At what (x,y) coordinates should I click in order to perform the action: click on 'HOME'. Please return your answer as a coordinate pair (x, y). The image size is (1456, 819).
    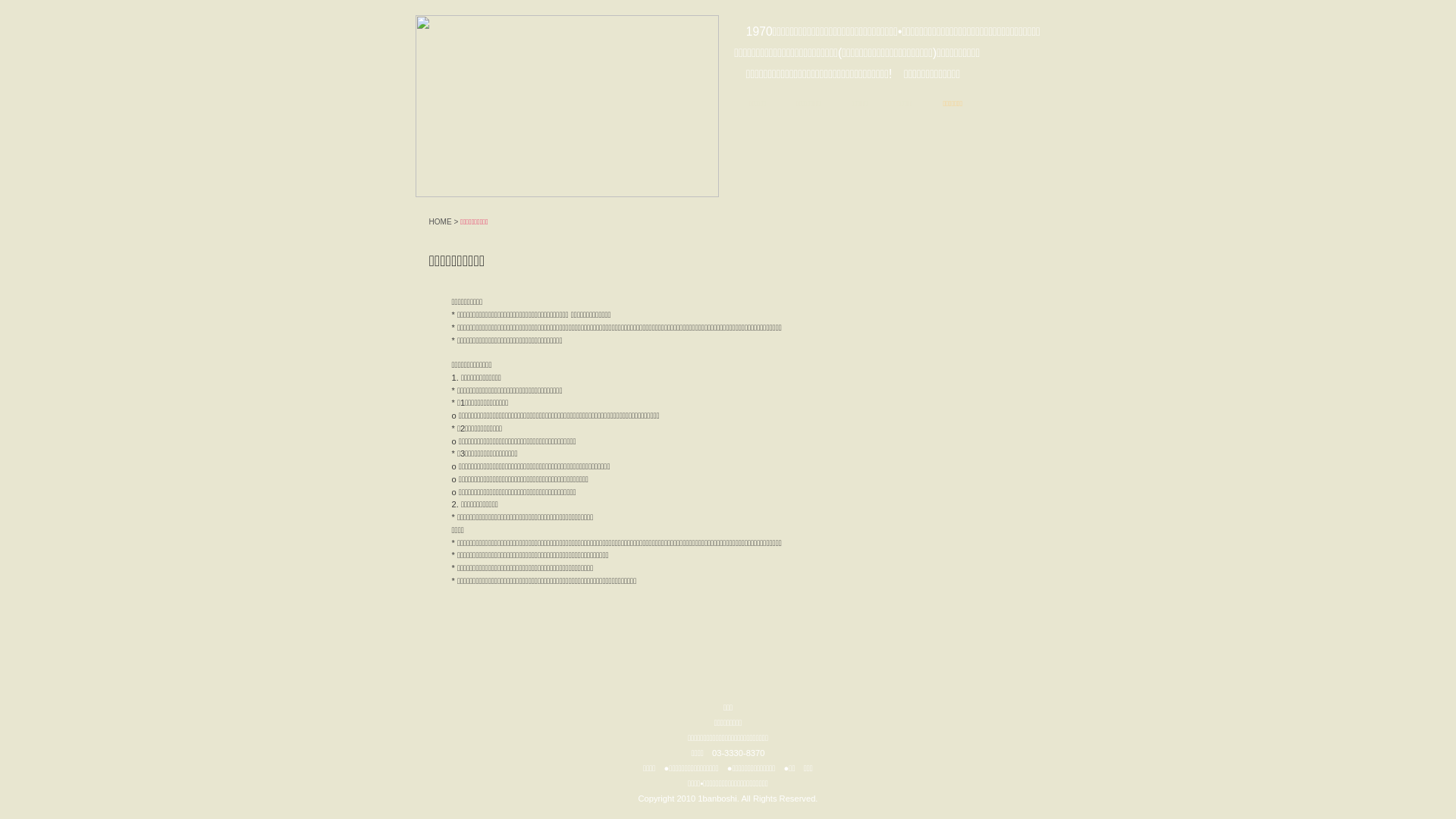
    Looking at the image, I should click on (439, 221).